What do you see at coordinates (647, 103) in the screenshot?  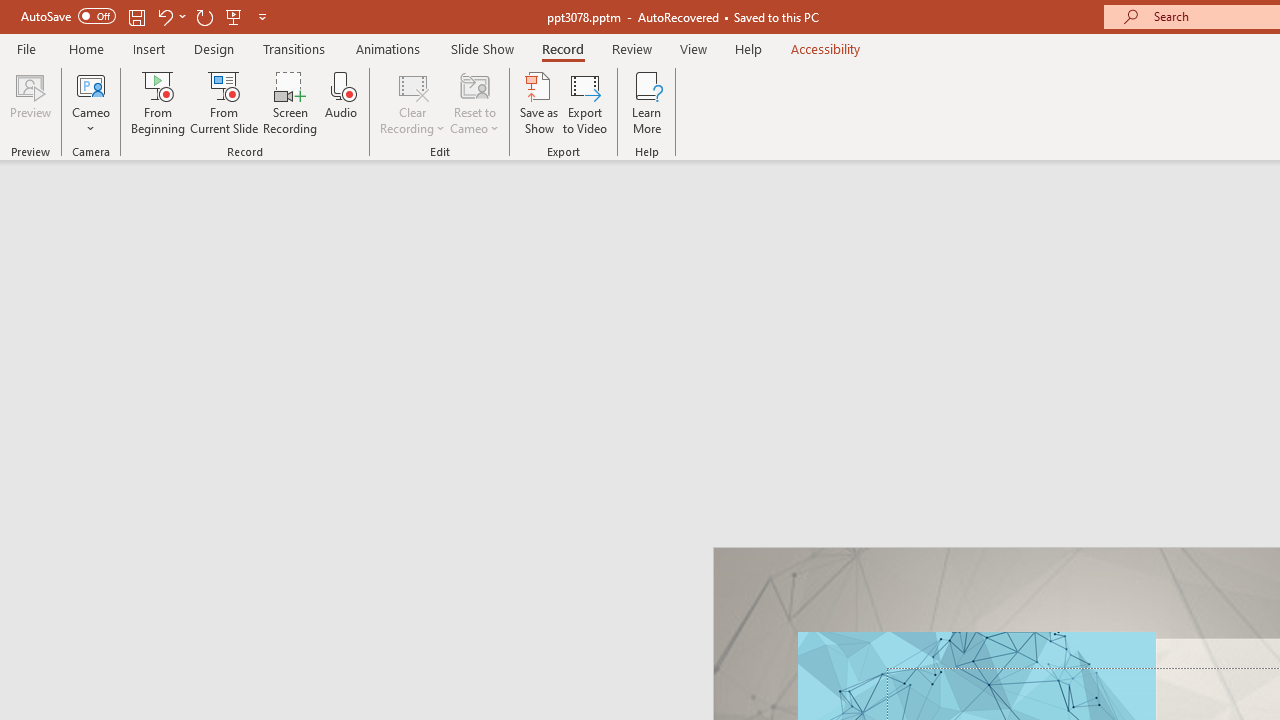 I see `'Learn More'` at bounding box center [647, 103].